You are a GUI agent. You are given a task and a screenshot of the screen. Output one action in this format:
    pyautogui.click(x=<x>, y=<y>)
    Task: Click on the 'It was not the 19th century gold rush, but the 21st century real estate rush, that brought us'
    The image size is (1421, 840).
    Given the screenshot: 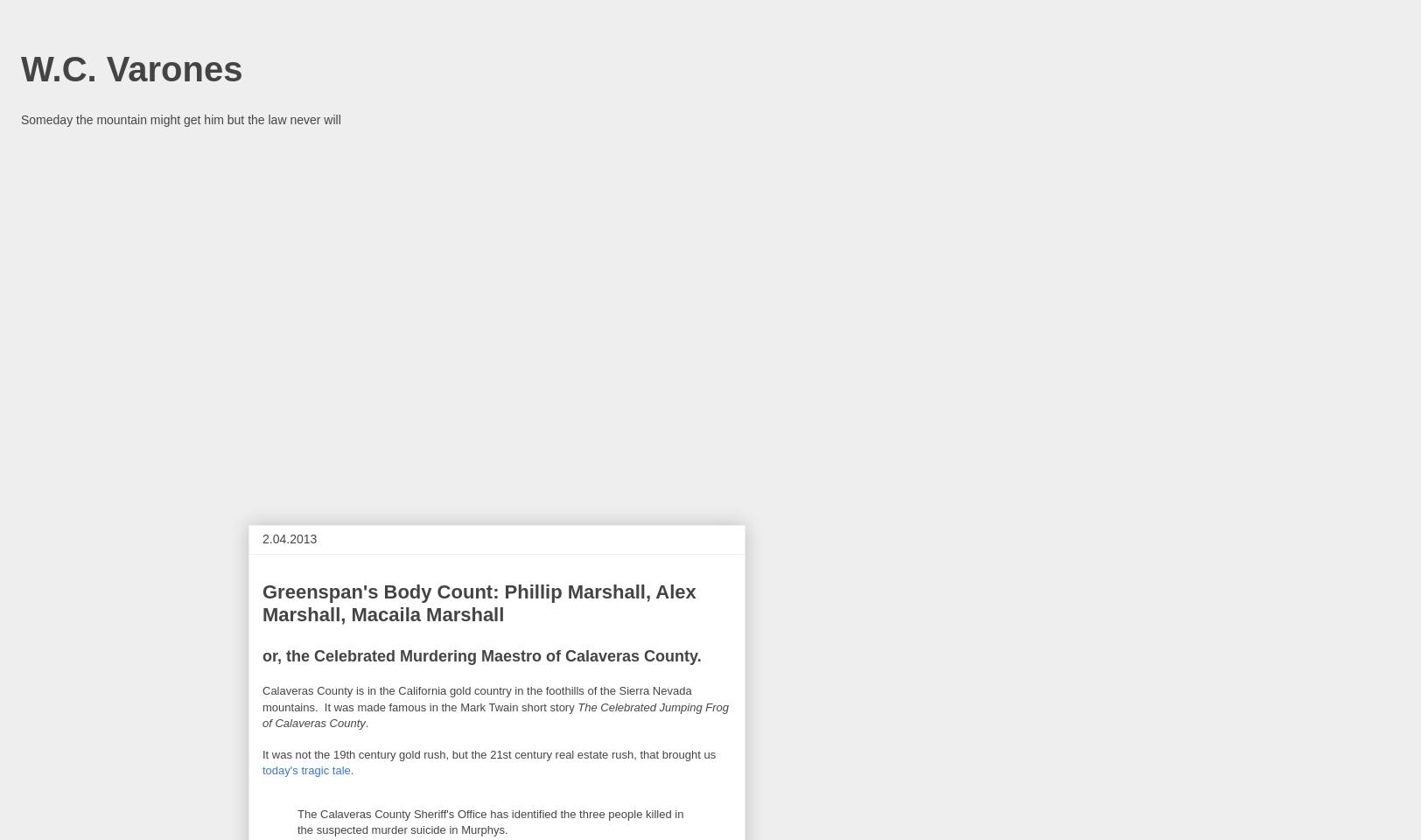 What is the action you would take?
    pyautogui.click(x=488, y=753)
    